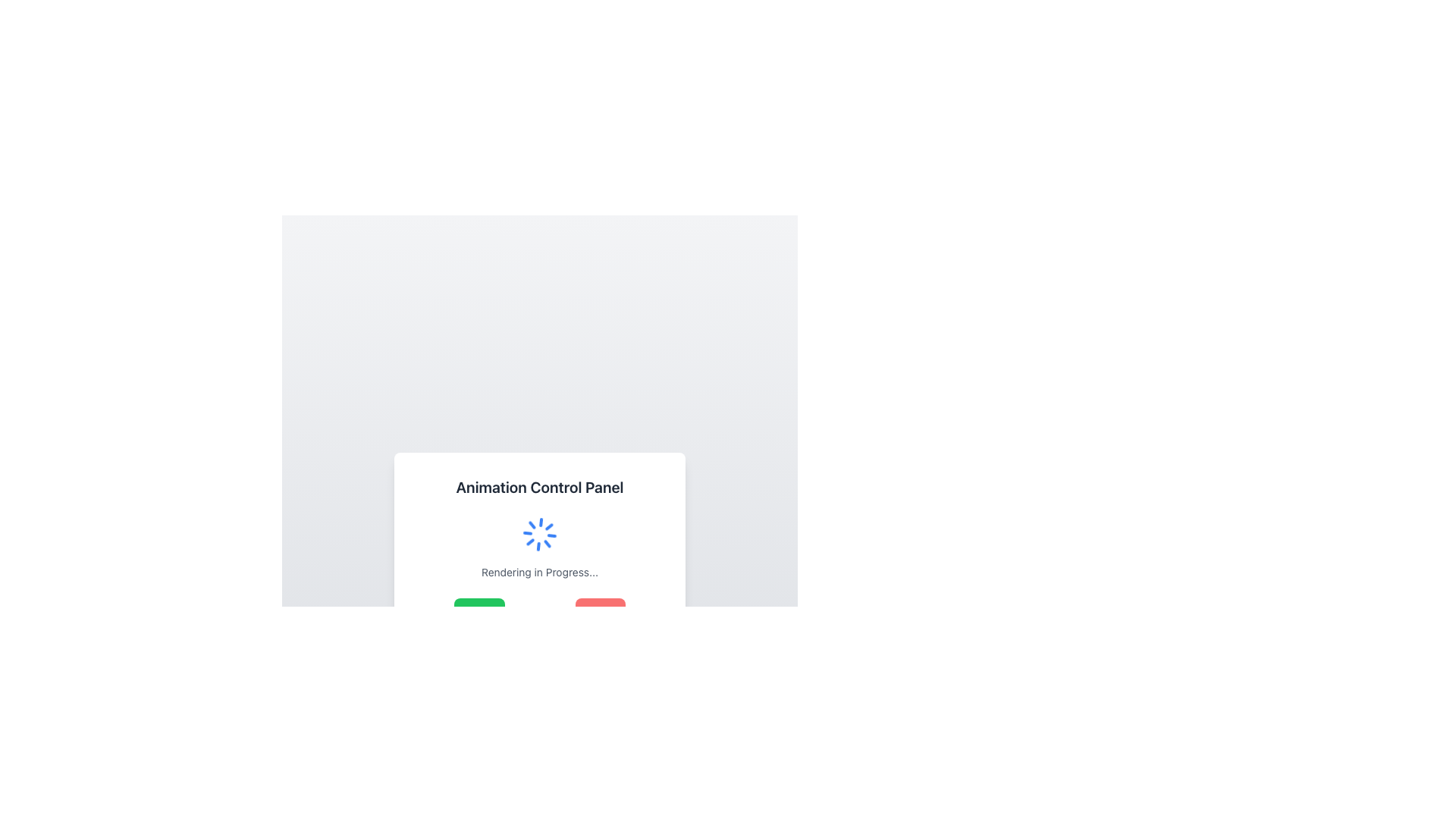 The height and width of the screenshot is (819, 1456). What do you see at coordinates (539, 611) in the screenshot?
I see `the 'Start' button located within the 'Animation Control Panel' to initiate or resume the animation process` at bounding box center [539, 611].